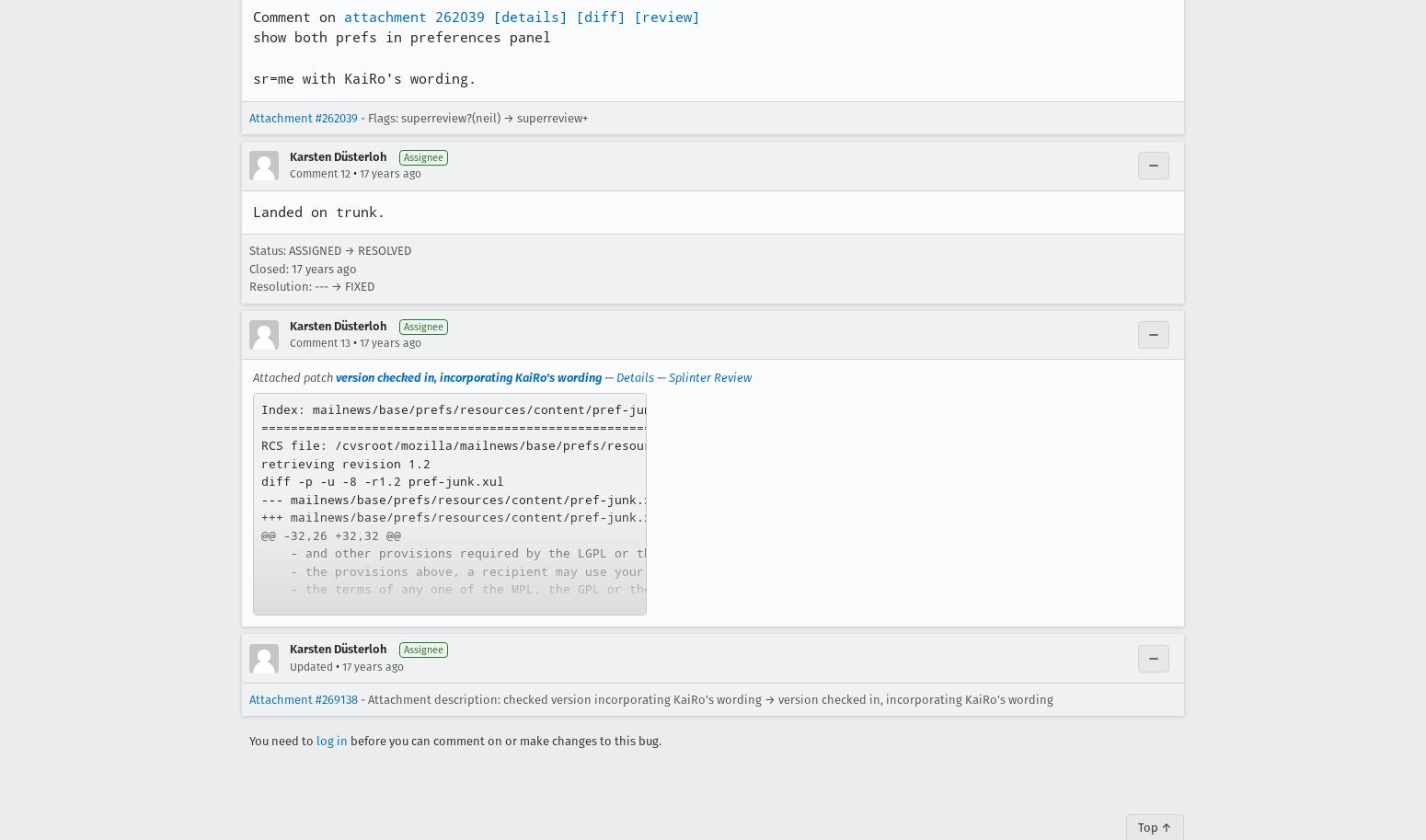 The height and width of the screenshot is (840, 1426). What do you see at coordinates (471, 116) in the screenshot?
I see `'-
        Flags: superreview?(neil) → superreview+'` at bounding box center [471, 116].